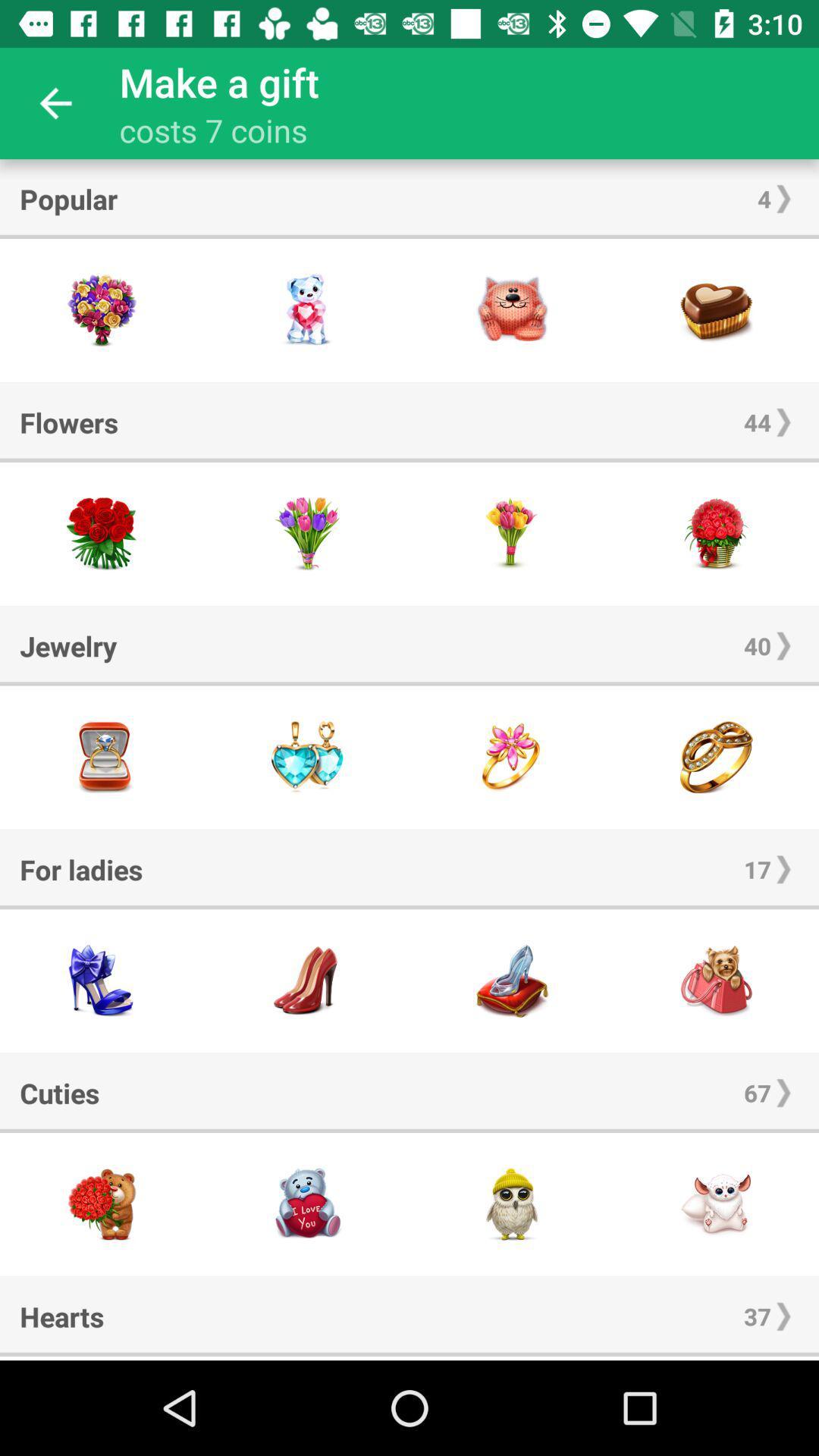 This screenshot has width=819, height=1456. I want to click on the icon below the cuties, so click(409, 1131).